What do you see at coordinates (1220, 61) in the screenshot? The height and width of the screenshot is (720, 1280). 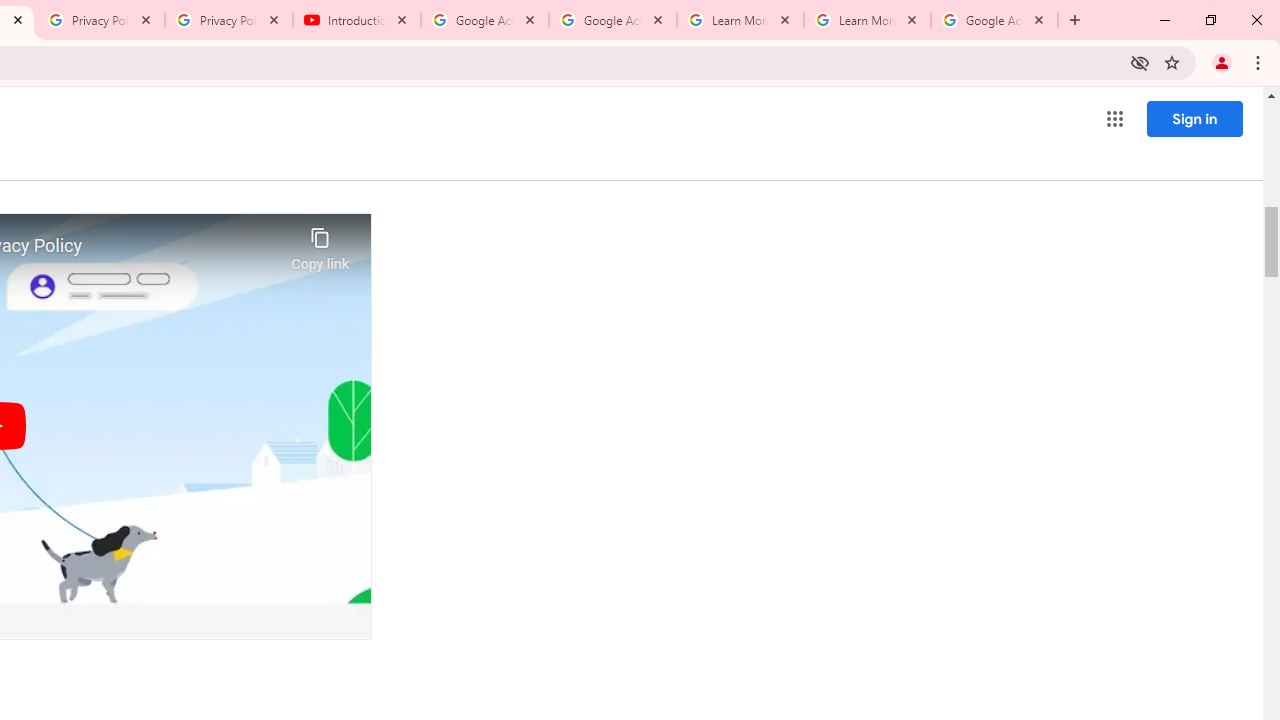 I see `'You'` at bounding box center [1220, 61].